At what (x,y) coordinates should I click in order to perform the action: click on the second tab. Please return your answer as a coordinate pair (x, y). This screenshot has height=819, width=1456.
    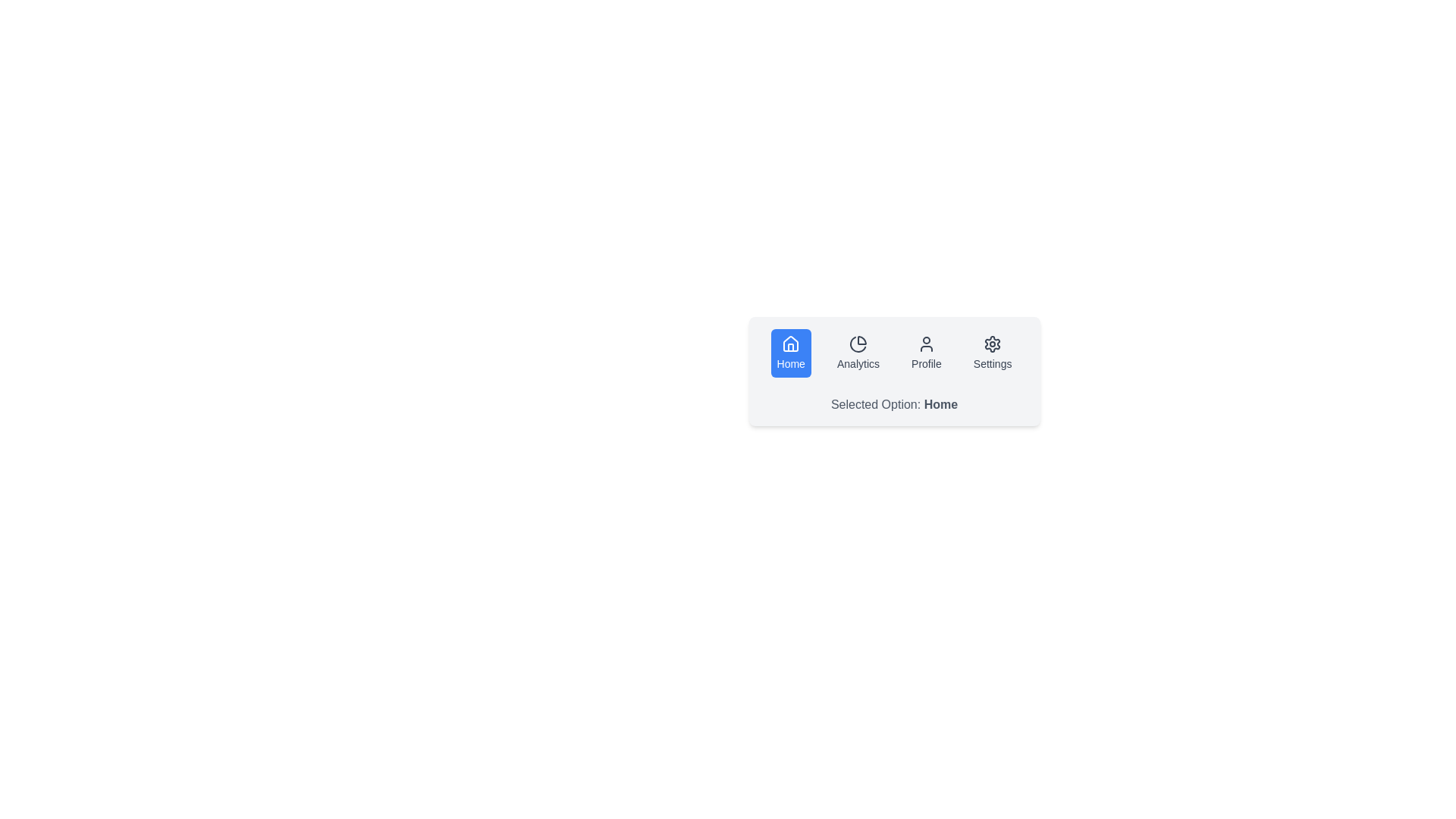
    Looking at the image, I should click on (858, 353).